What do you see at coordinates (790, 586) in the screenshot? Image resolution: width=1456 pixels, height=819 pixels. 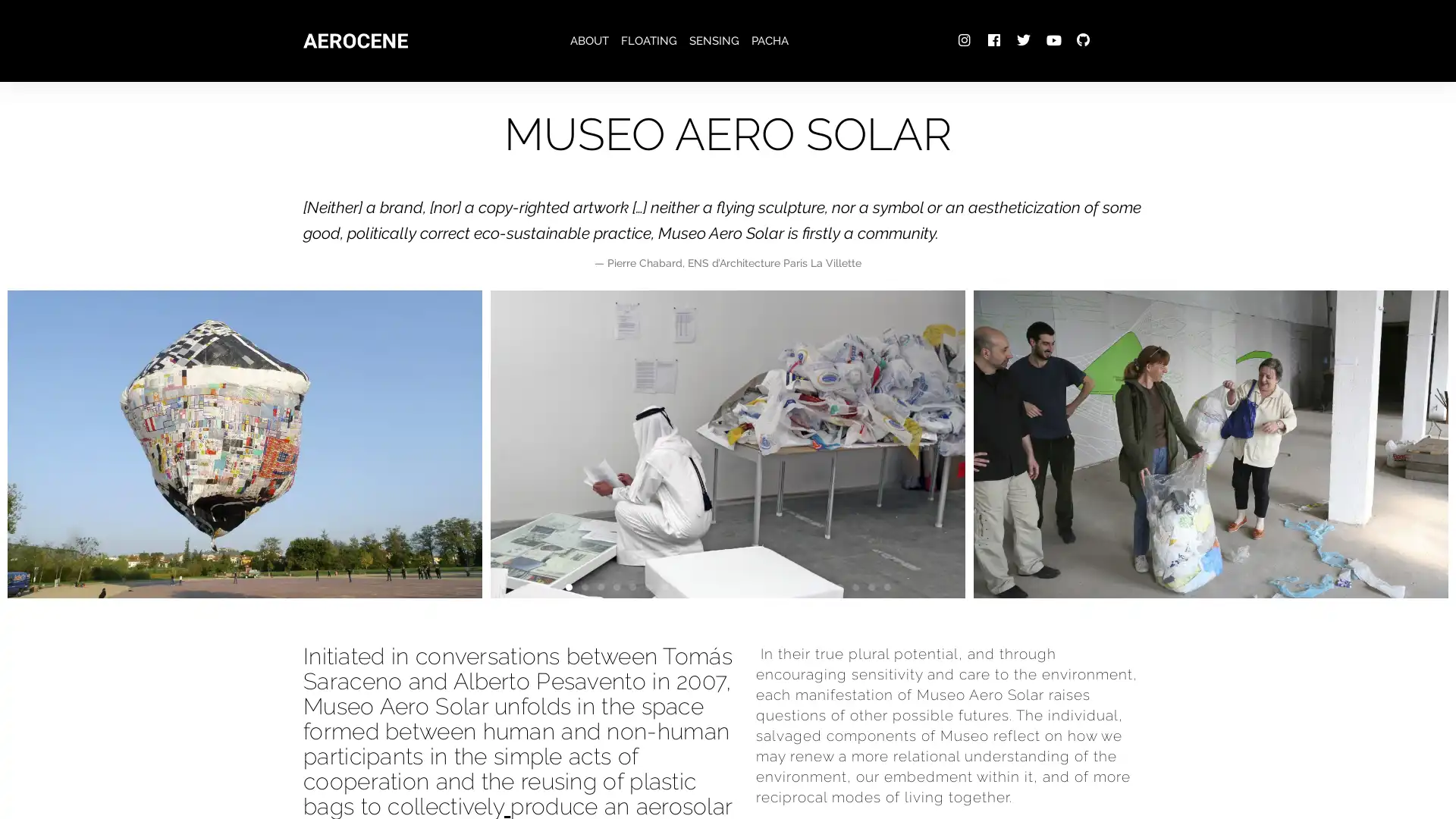 I see `Go to slide 15` at bounding box center [790, 586].